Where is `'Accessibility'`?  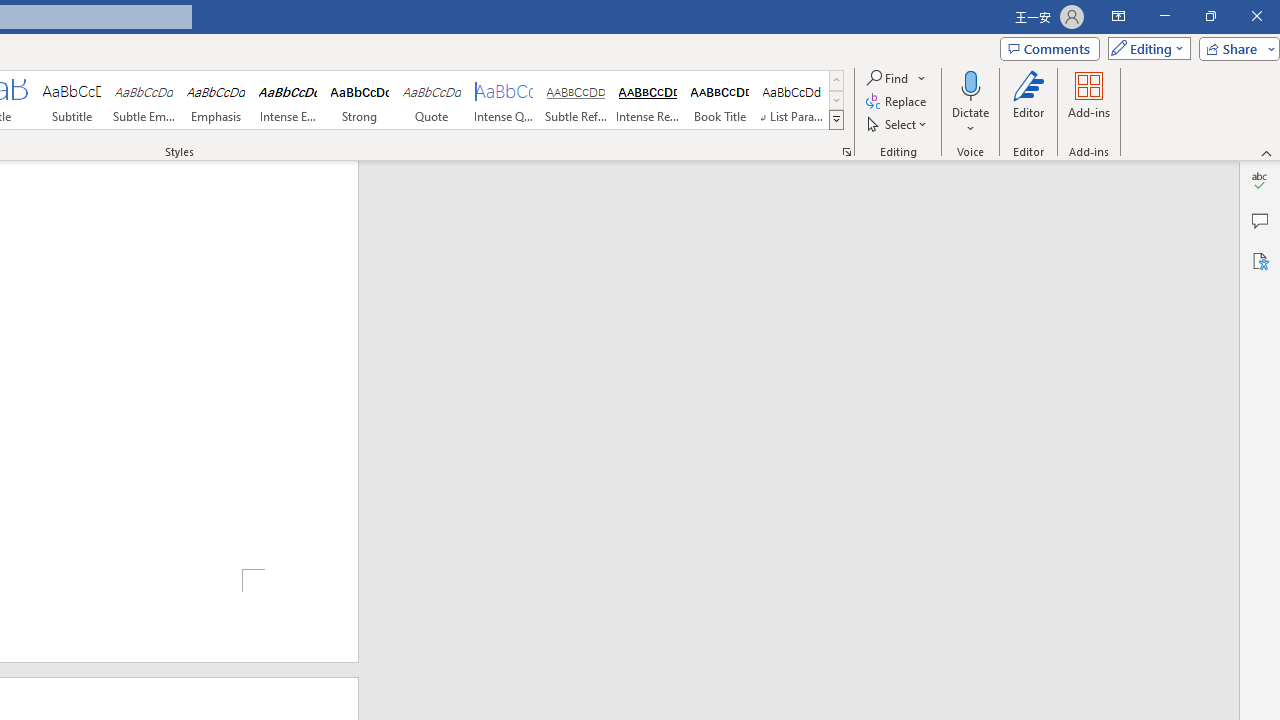 'Accessibility' is located at coordinates (1259, 260).